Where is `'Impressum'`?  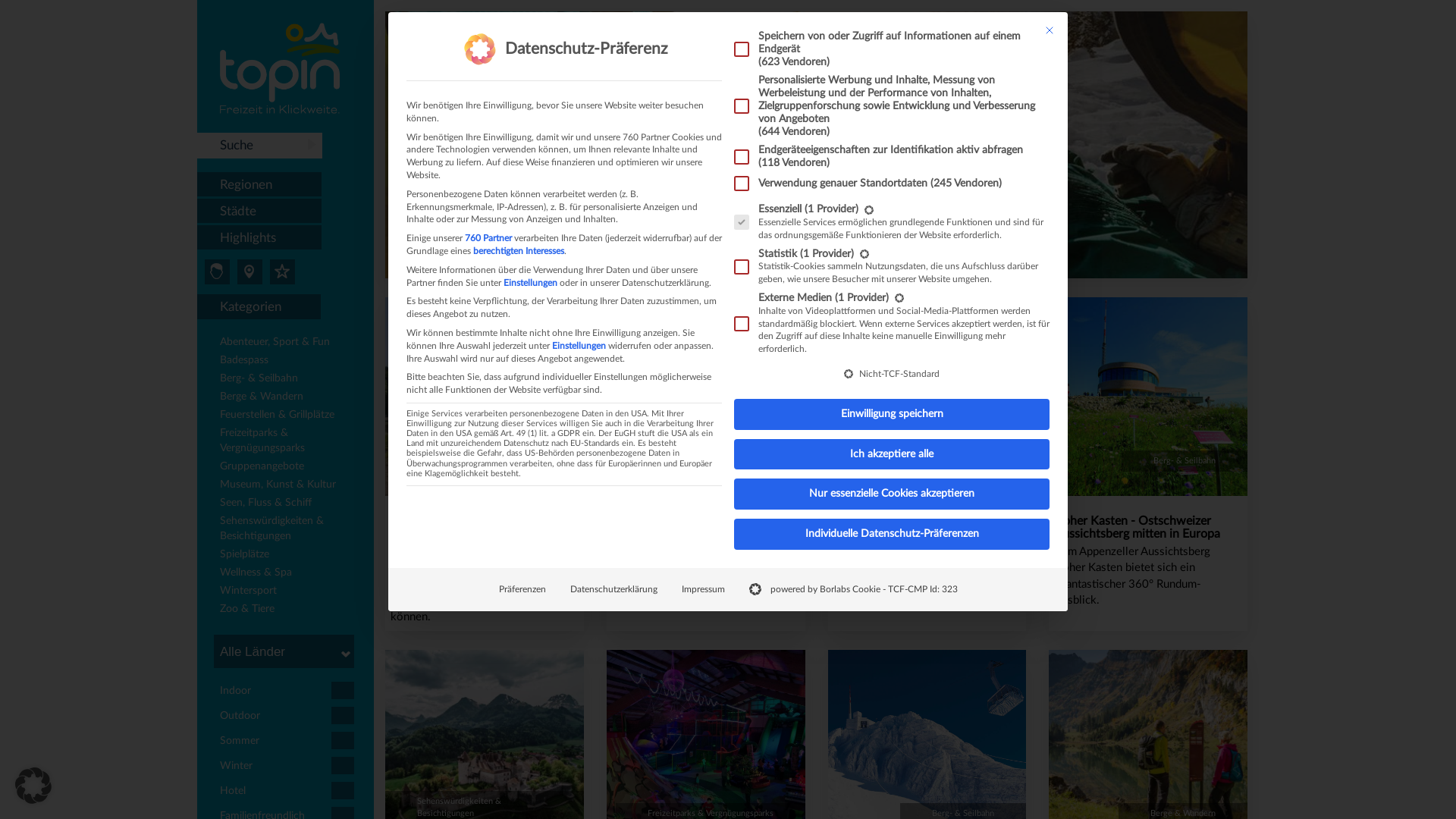 'Impressum' is located at coordinates (701, 588).